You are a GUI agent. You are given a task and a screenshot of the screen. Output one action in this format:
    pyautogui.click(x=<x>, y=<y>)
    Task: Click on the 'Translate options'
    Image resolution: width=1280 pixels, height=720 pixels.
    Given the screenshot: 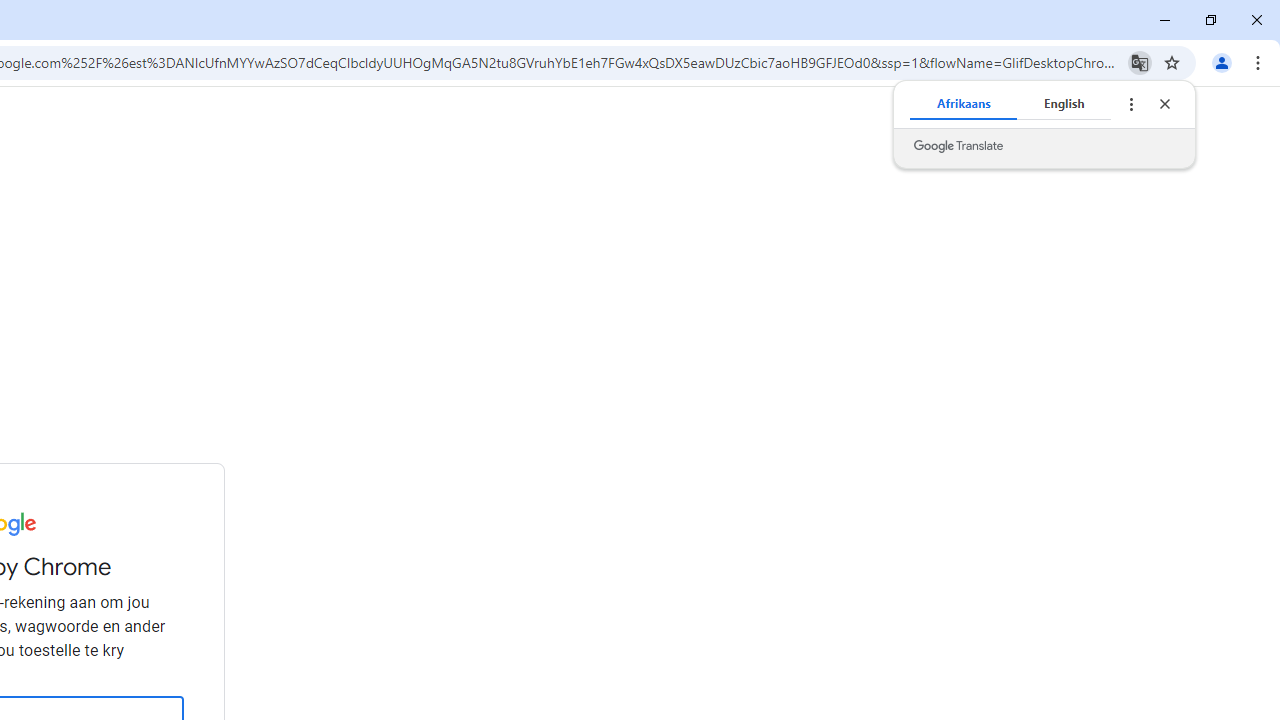 What is the action you would take?
    pyautogui.click(x=1130, y=104)
    